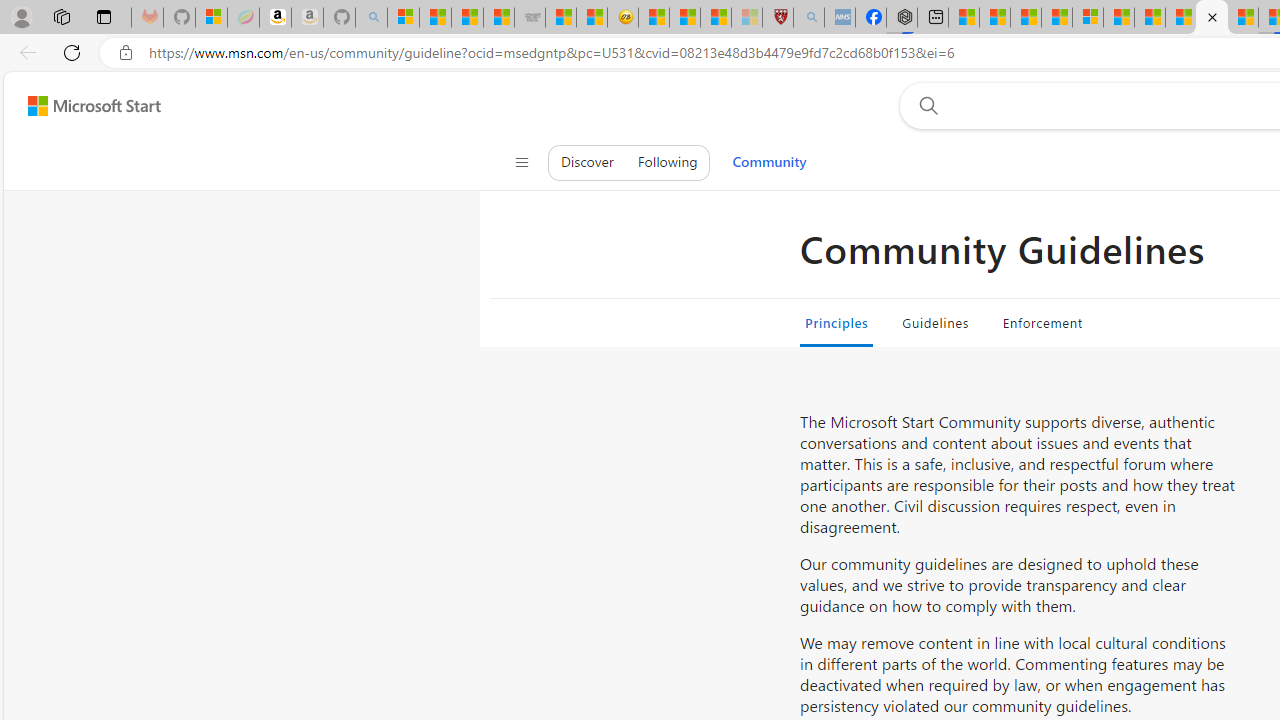 The image size is (1280, 720). Describe the element at coordinates (24, 51) in the screenshot. I see `'Back'` at that location.